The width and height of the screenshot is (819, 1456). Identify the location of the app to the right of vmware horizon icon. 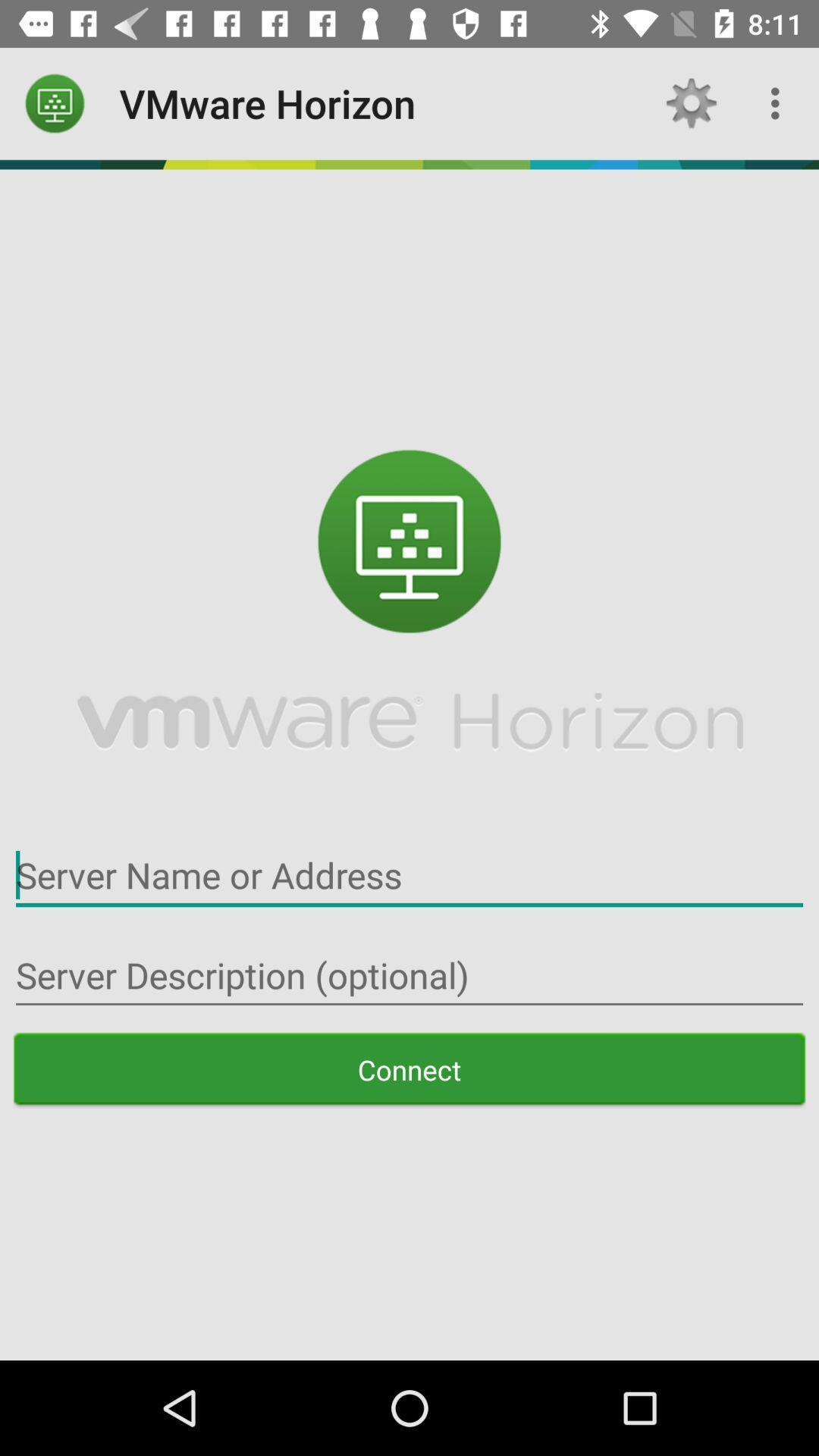
(691, 102).